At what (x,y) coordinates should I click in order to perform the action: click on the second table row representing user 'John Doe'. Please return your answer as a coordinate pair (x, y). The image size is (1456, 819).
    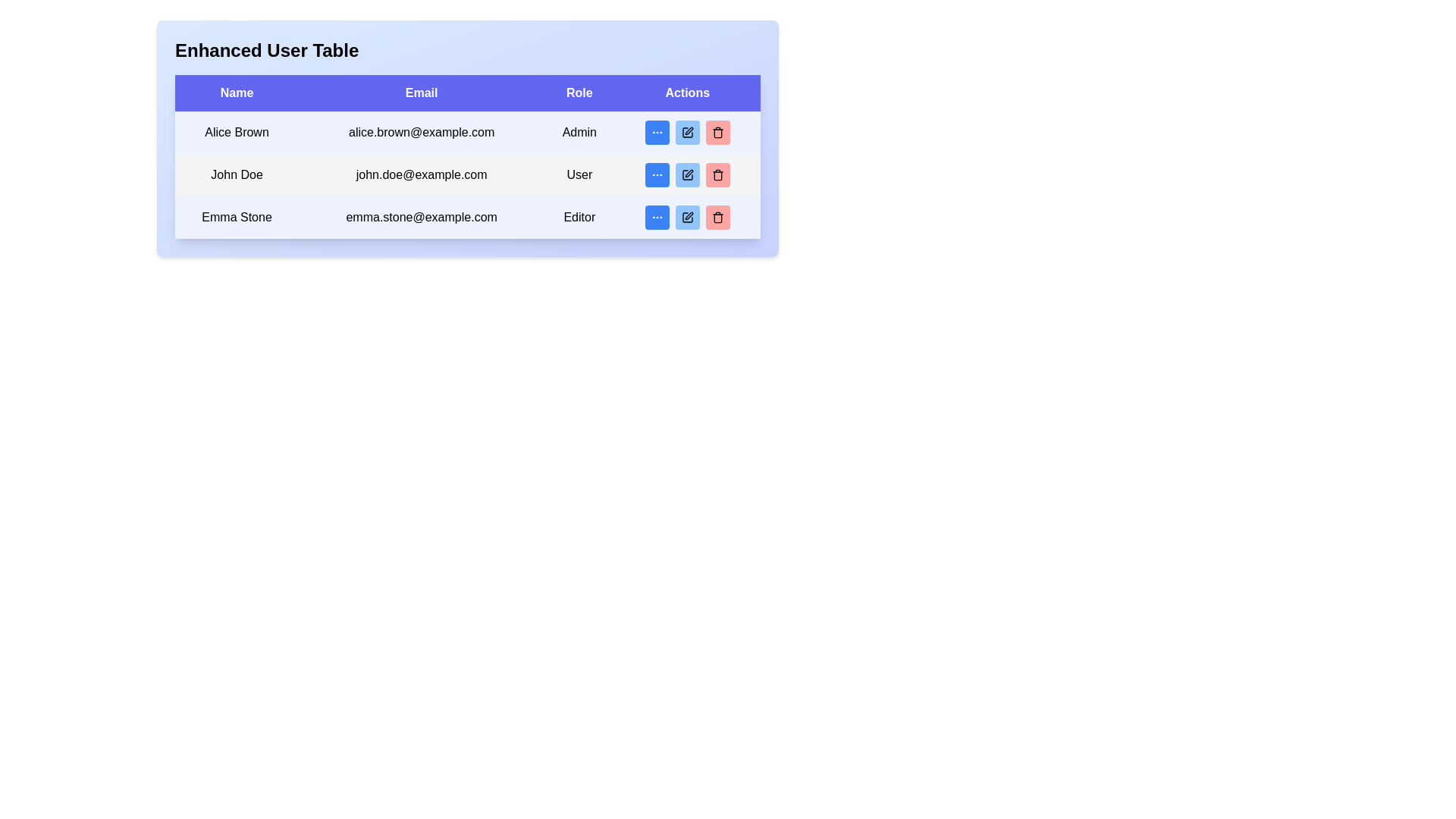
    Looking at the image, I should click on (467, 174).